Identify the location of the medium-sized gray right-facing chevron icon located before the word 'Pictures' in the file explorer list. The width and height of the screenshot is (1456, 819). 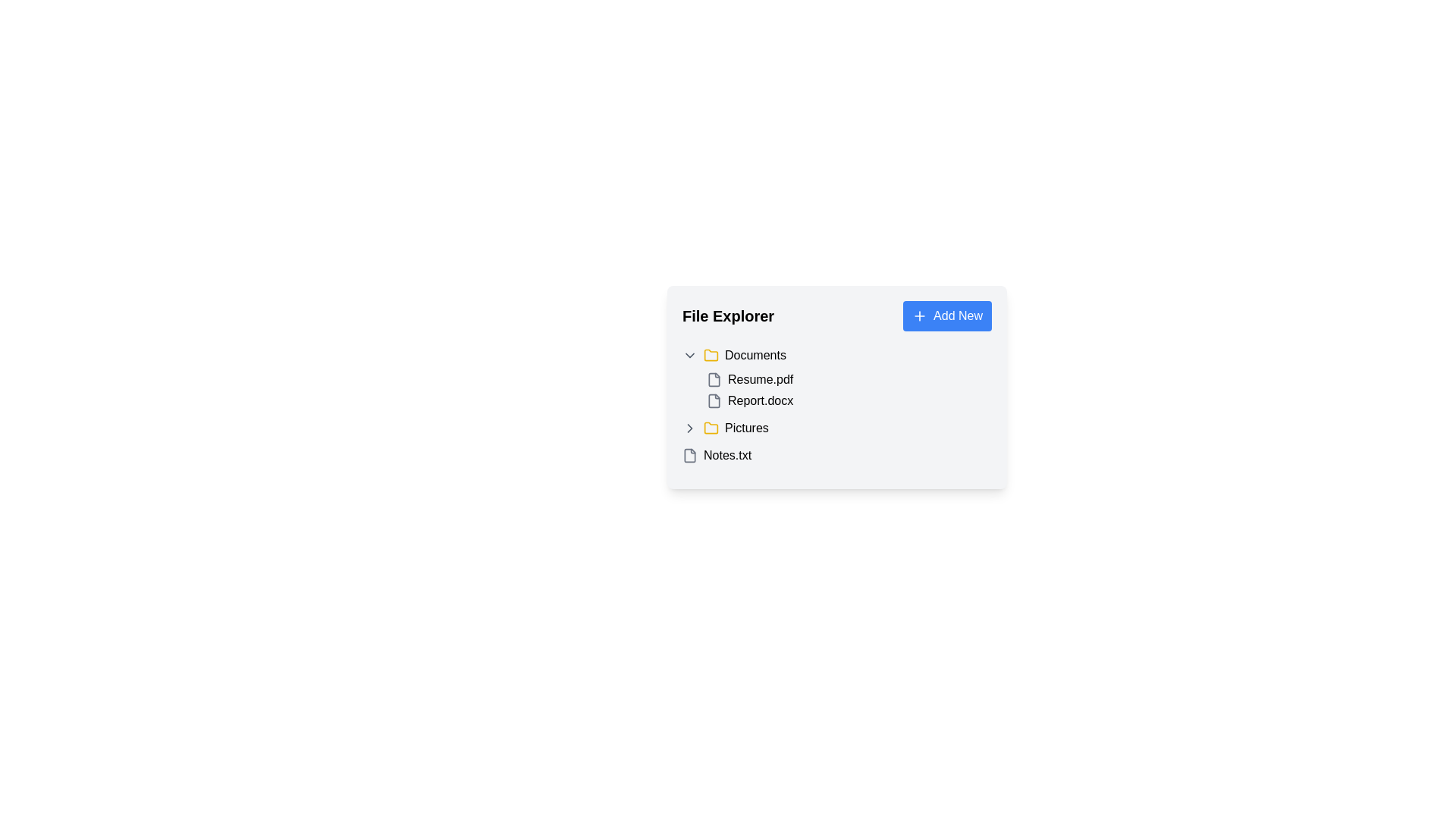
(689, 428).